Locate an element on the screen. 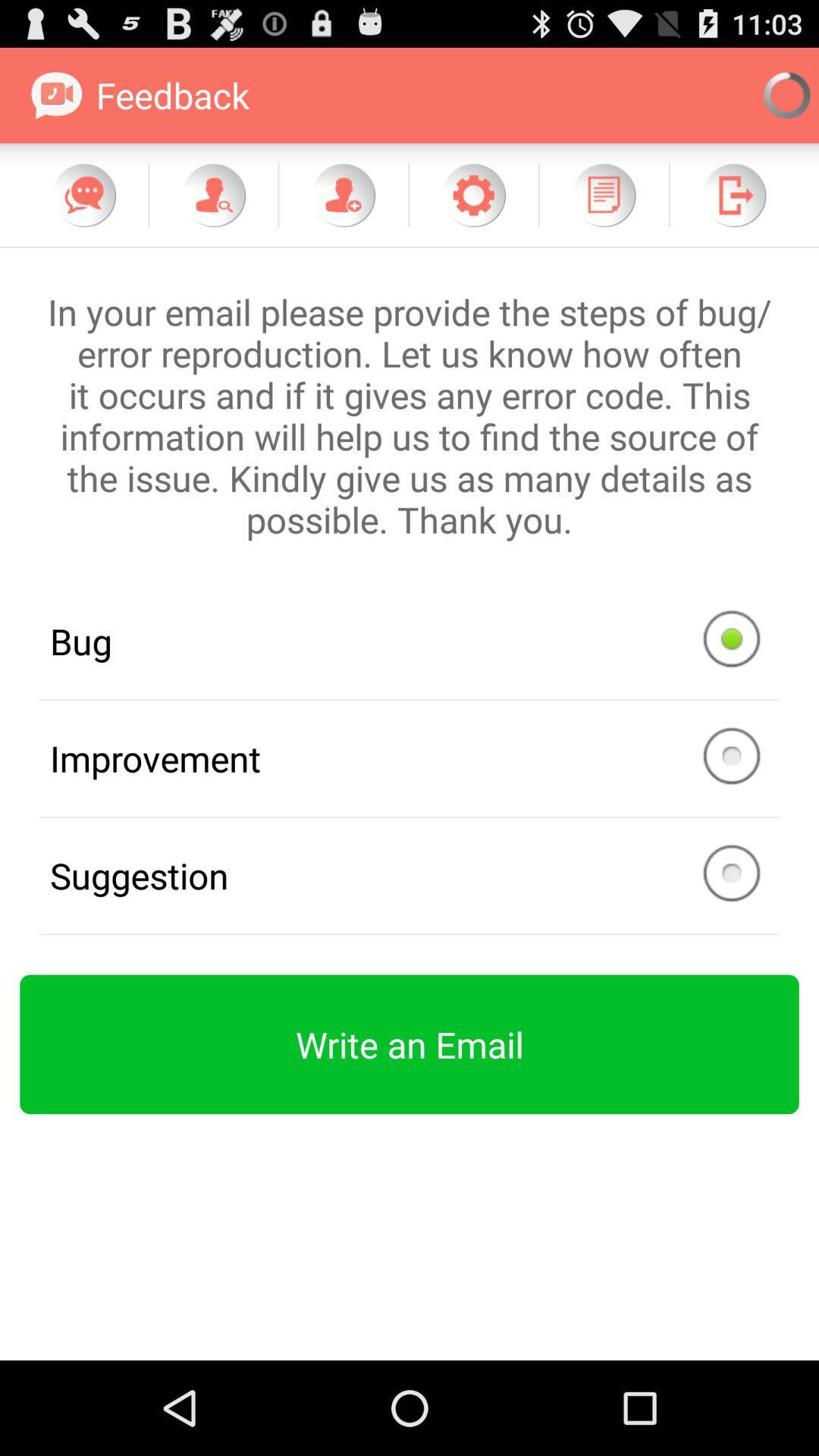 The height and width of the screenshot is (1456, 819). the text below bug is located at coordinates (409, 758).